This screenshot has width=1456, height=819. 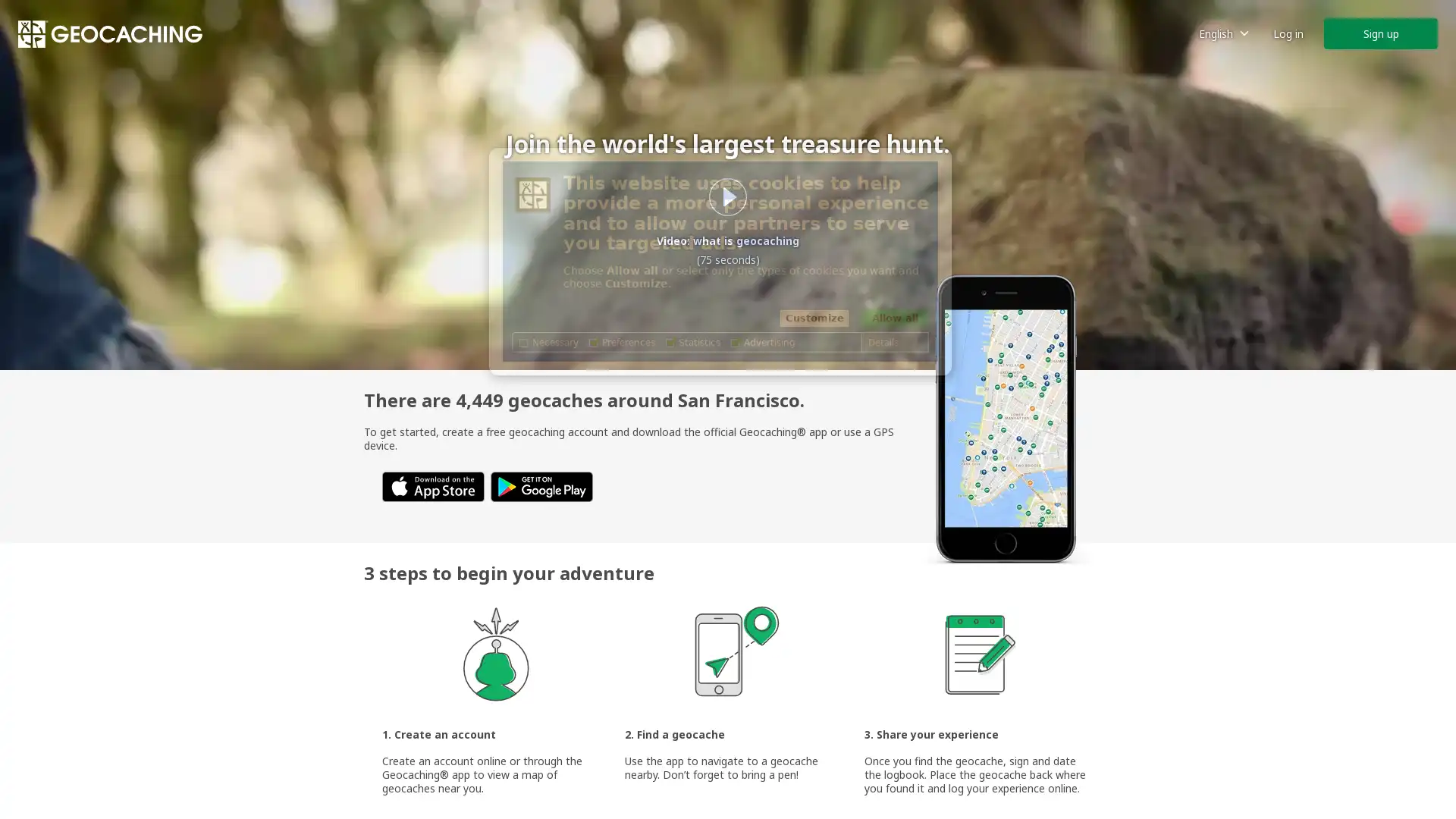 What do you see at coordinates (728, 195) in the screenshot?
I see `Play what is geocaching video` at bounding box center [728, 195].